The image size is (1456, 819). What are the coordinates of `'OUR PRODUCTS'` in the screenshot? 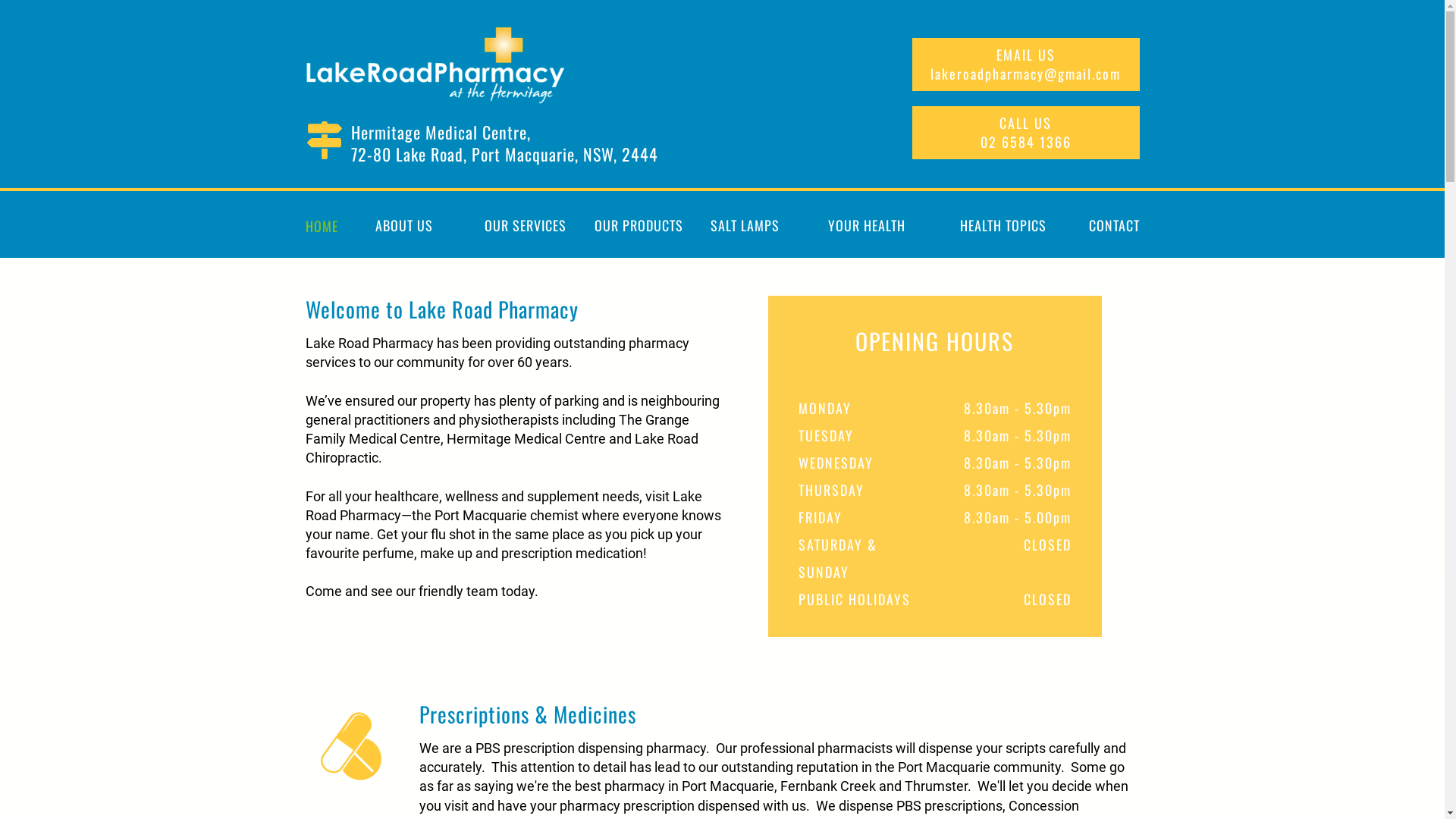 It's located at (592, 225).